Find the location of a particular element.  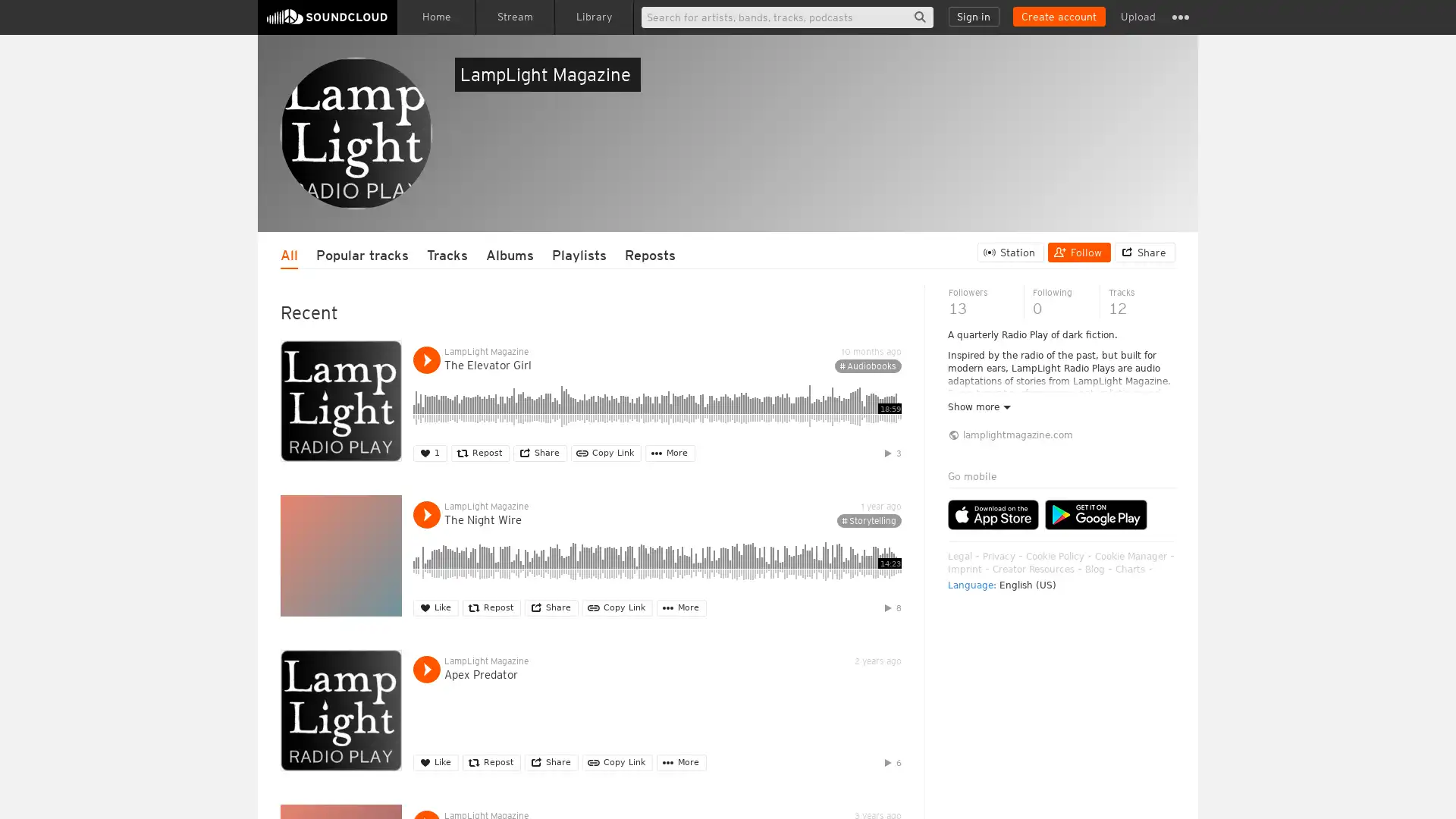

Copy Link is located at coordinates (617, 762).